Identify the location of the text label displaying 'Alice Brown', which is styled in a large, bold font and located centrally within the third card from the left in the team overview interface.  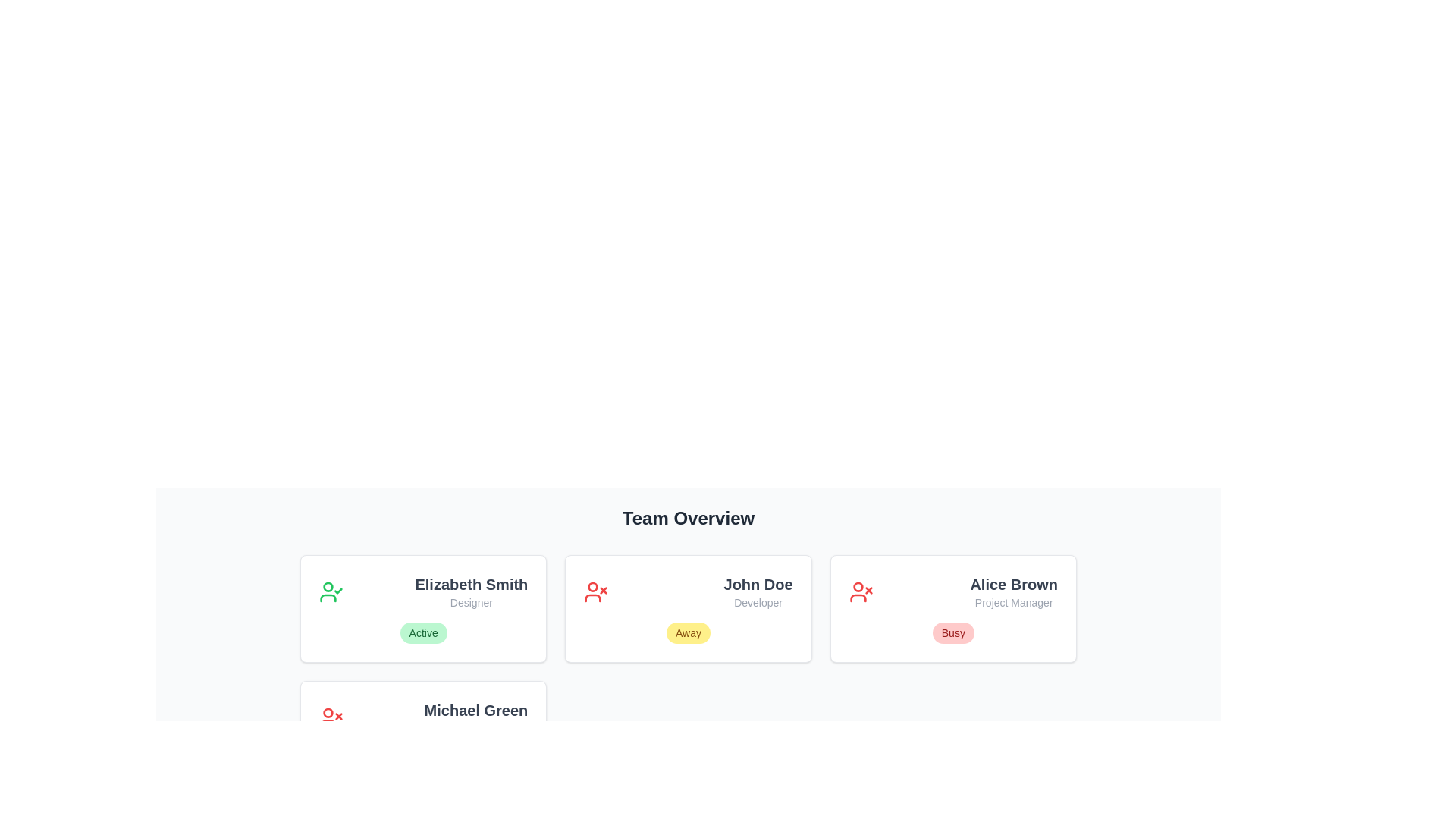
(1014, 584).